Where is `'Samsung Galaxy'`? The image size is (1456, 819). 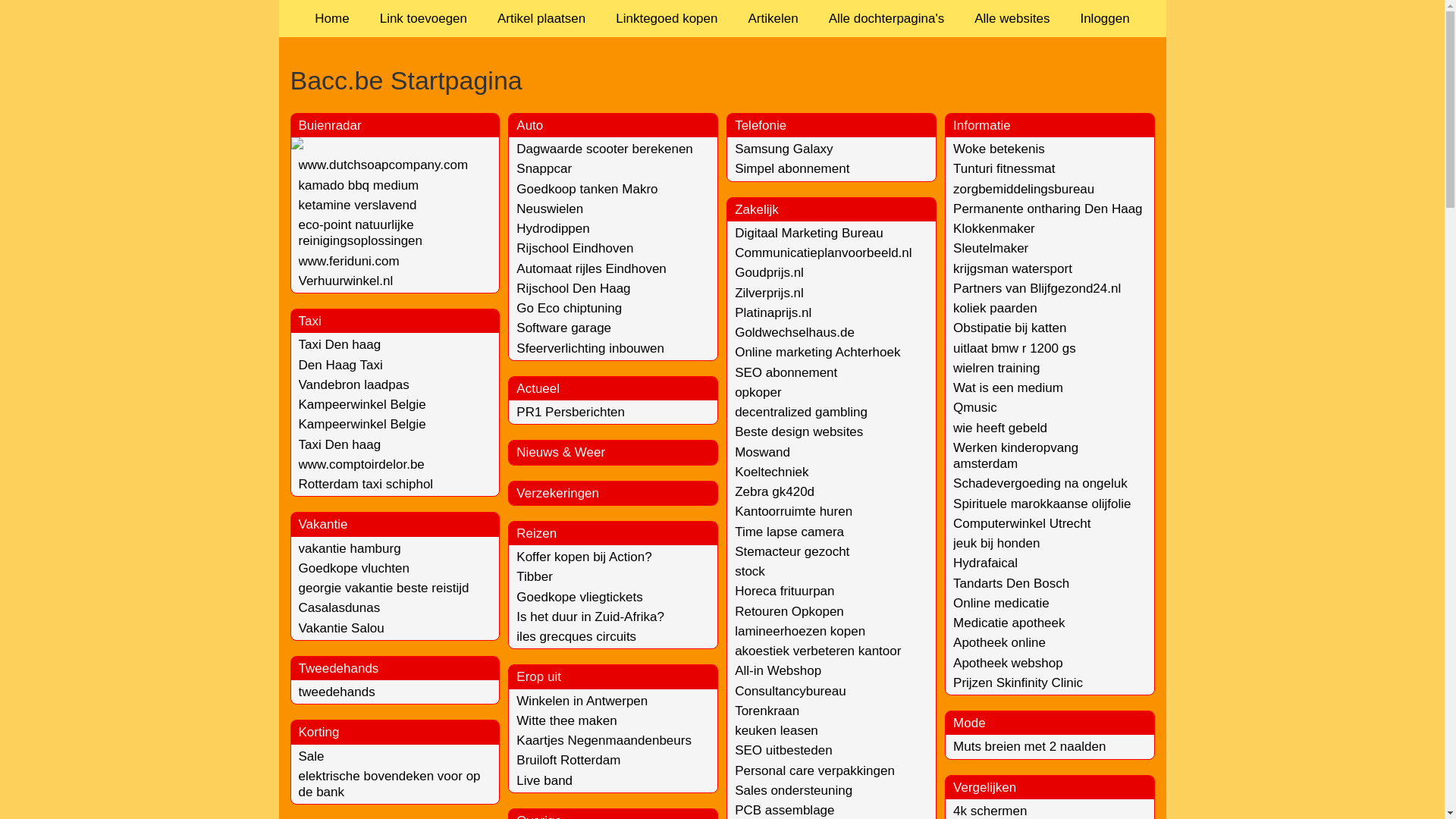
'Samsung Galaxy' is located at coordinates (783, 149).